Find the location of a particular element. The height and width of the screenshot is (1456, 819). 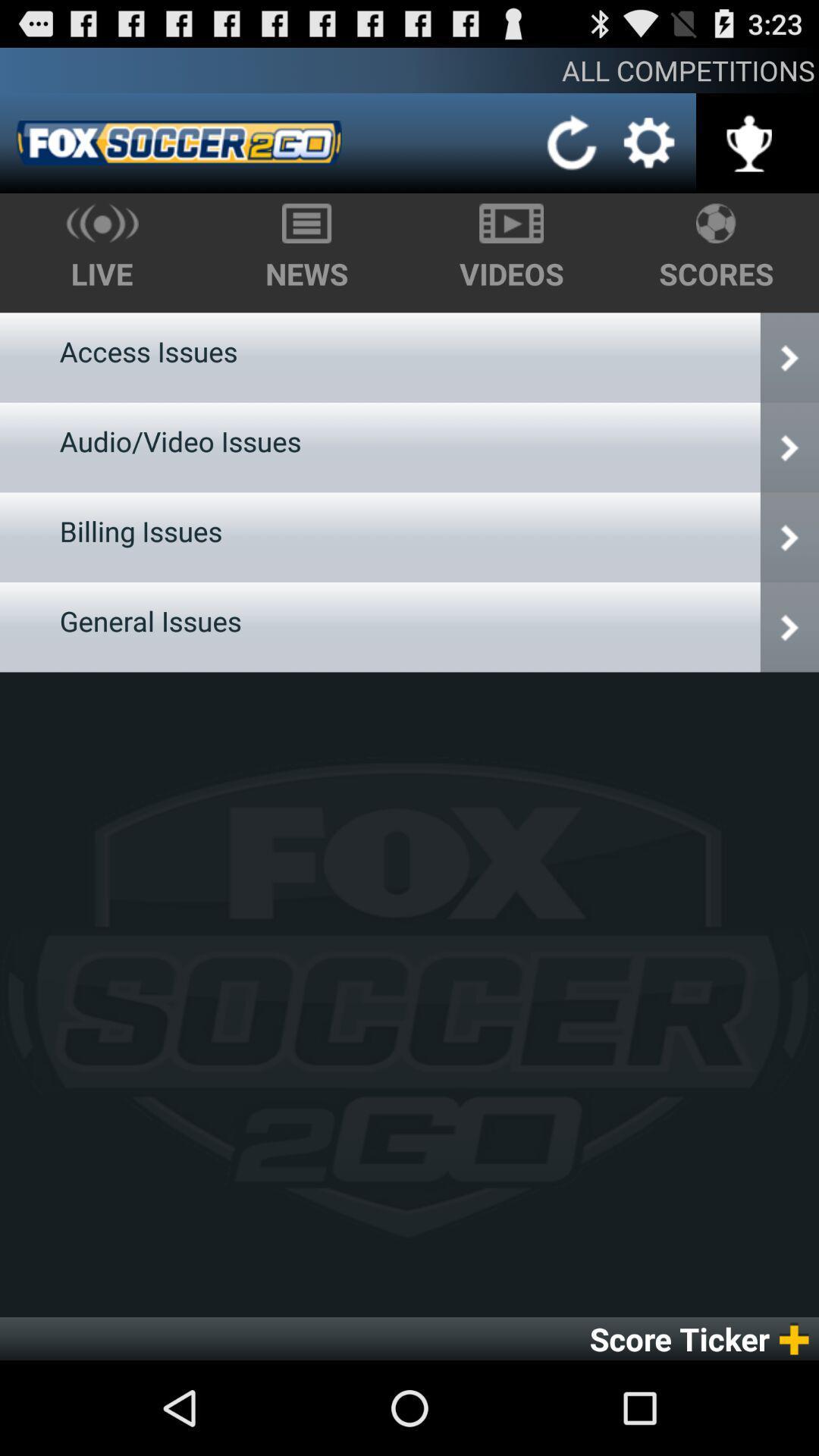

the settings icon is located at coordinates (648, 152).